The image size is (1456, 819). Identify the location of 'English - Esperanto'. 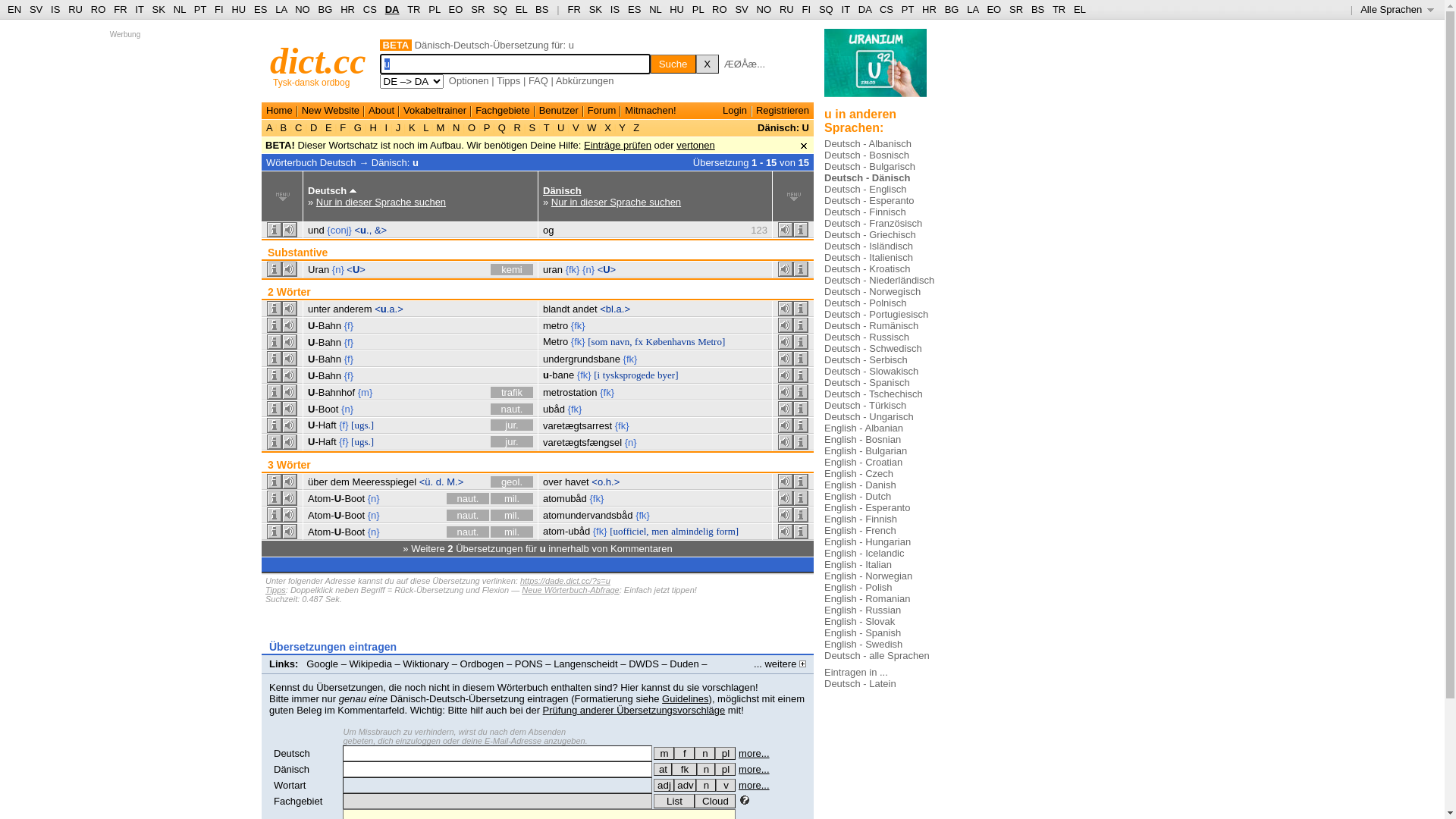
(867, 507).